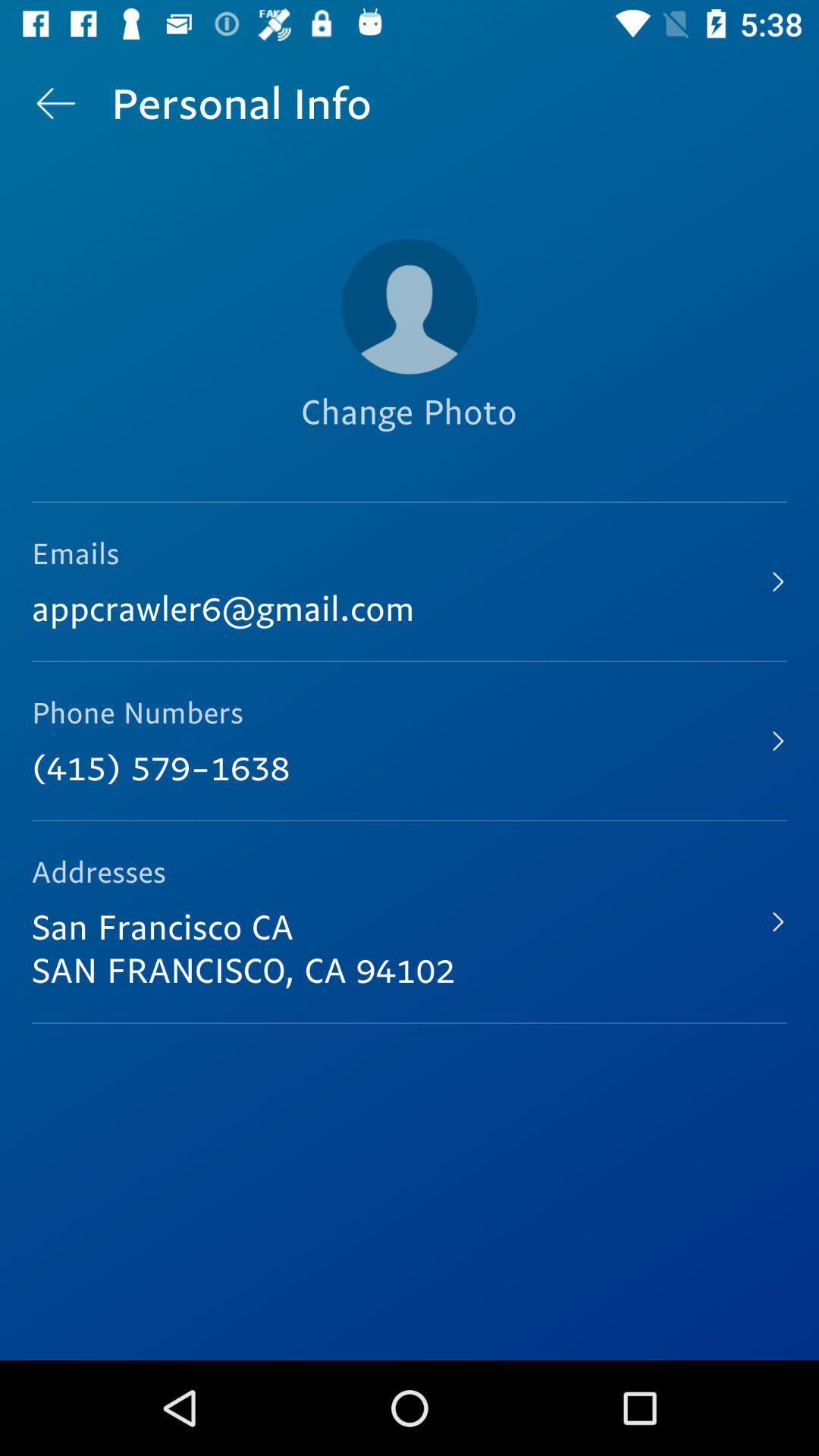 The height and width of the screenshot is (1456, 819). I want to click on icon next to the personal info, so click(55, 102).